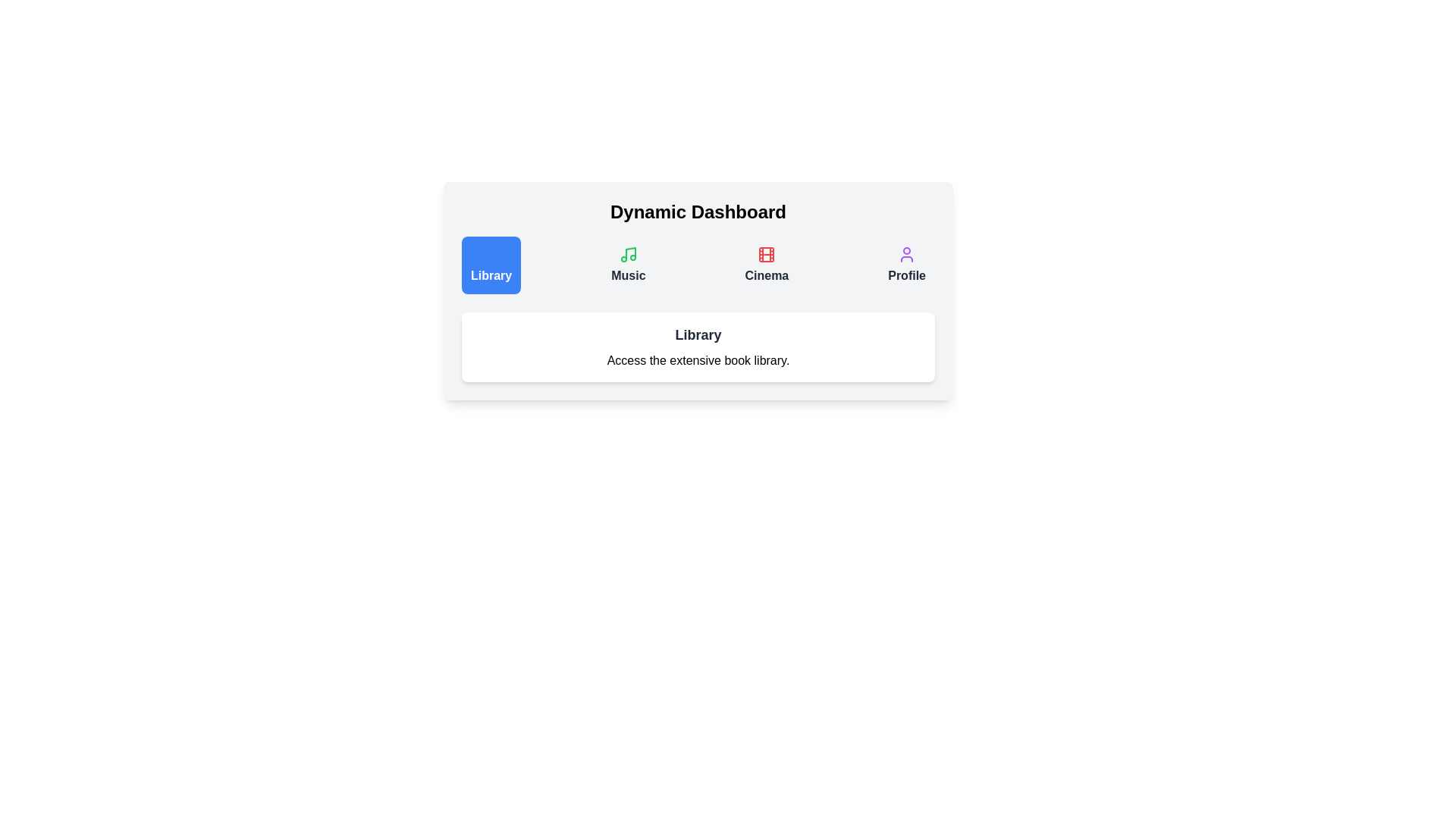 This screenshot has width=1456, height=819. I want to click on the tab labeled Music to view its description, so click(628, 265).